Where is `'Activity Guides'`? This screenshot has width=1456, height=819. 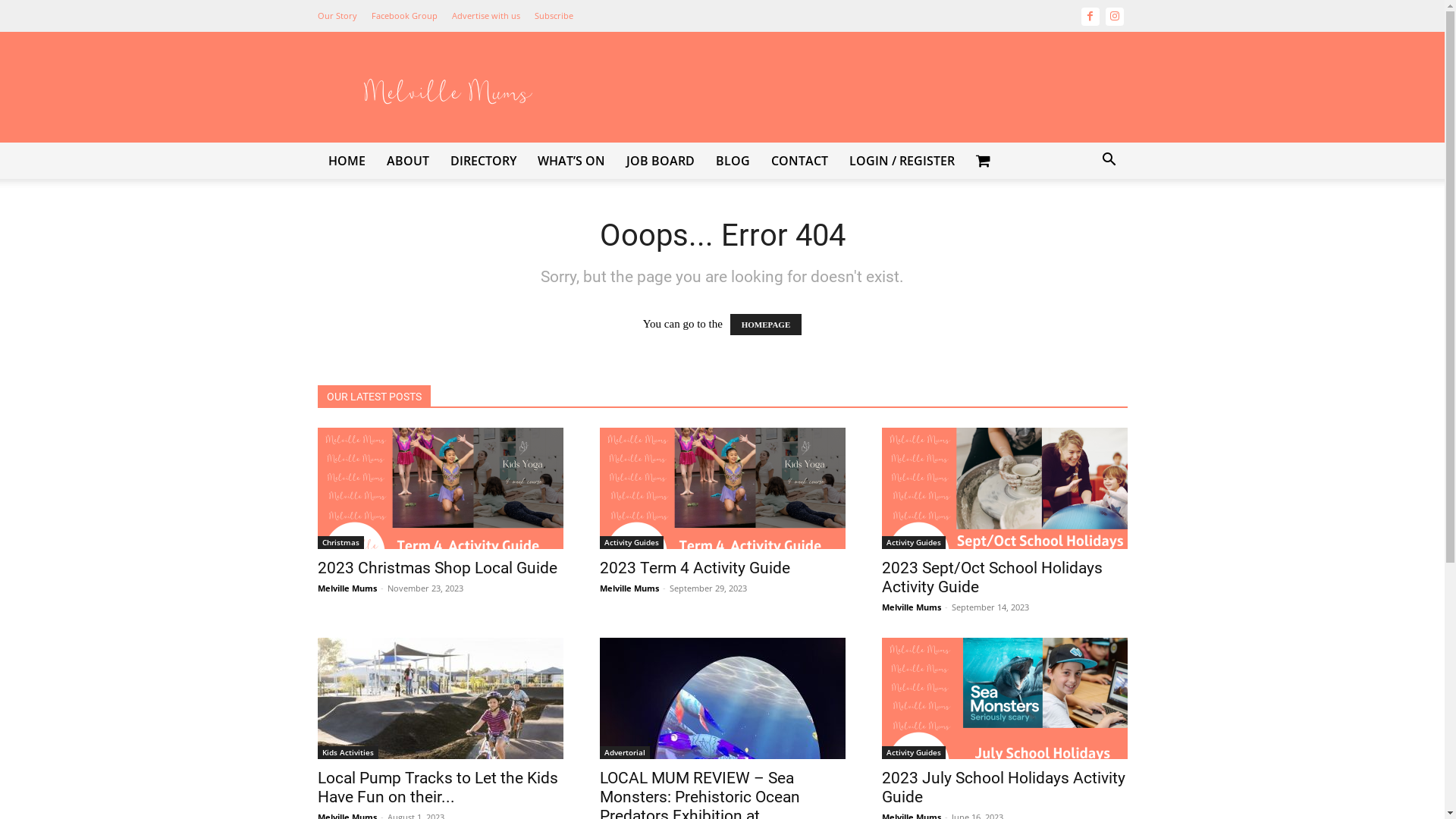
'Activity Guides' is located at coordinates (912, 541).